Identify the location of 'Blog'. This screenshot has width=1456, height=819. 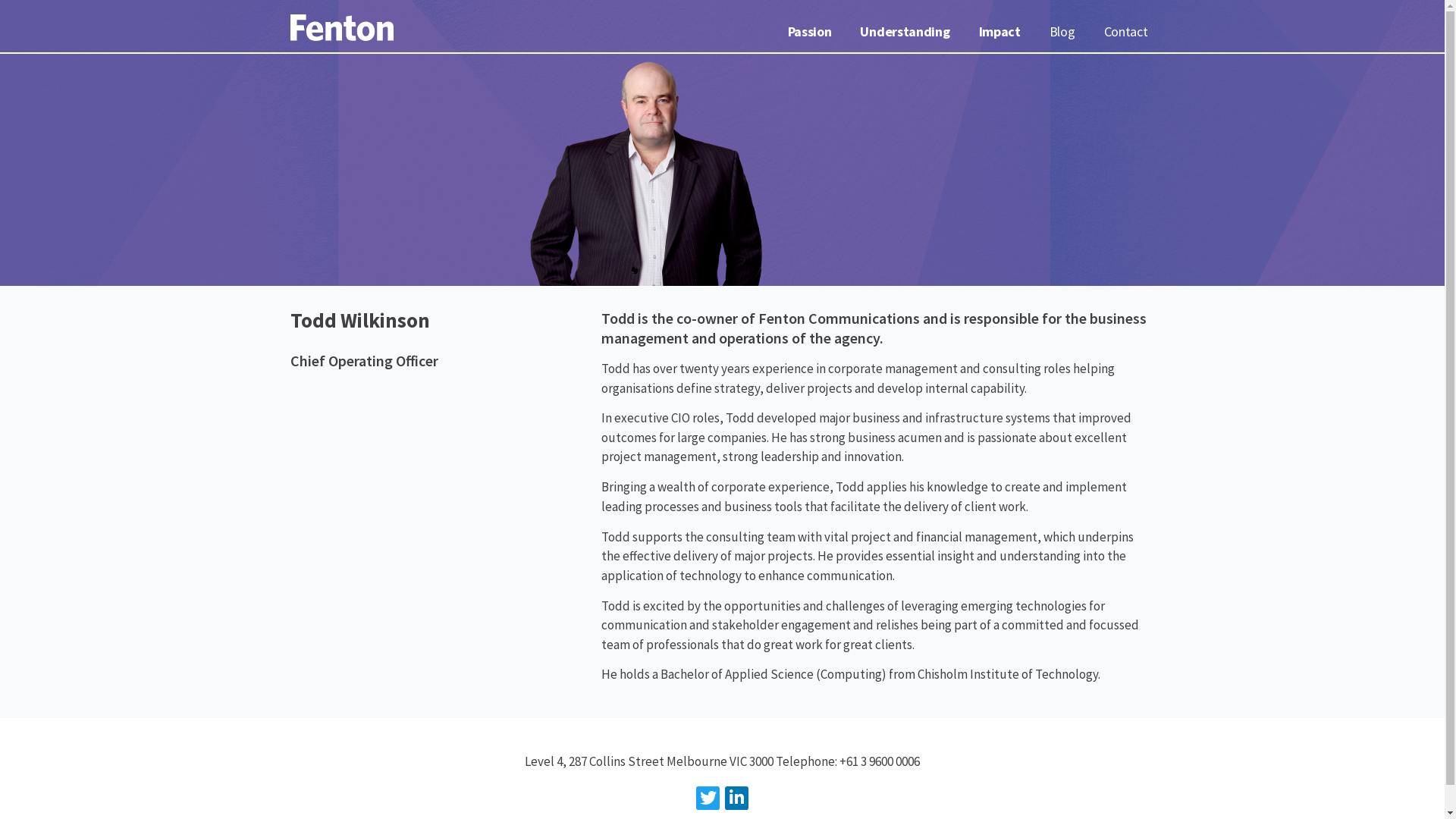
(1062, 32).